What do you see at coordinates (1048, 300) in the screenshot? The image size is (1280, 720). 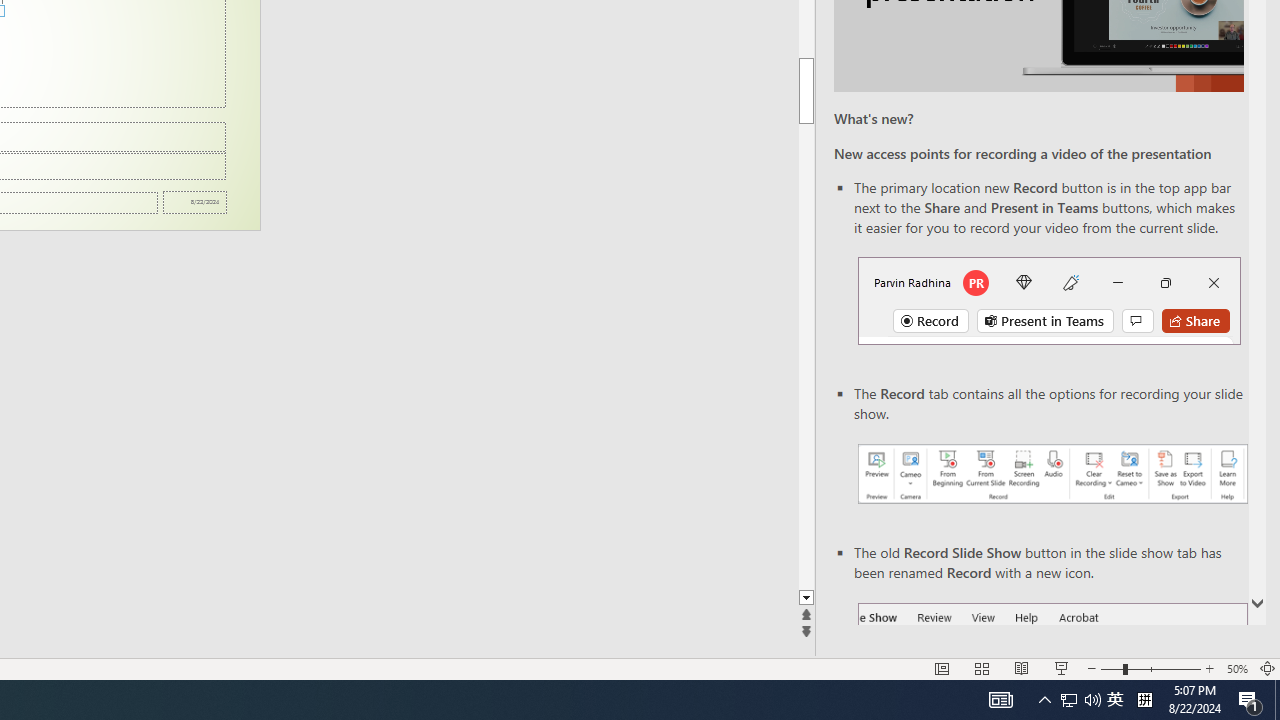 I see `'Record button in top bar'` at bounding box center [1048, 300].